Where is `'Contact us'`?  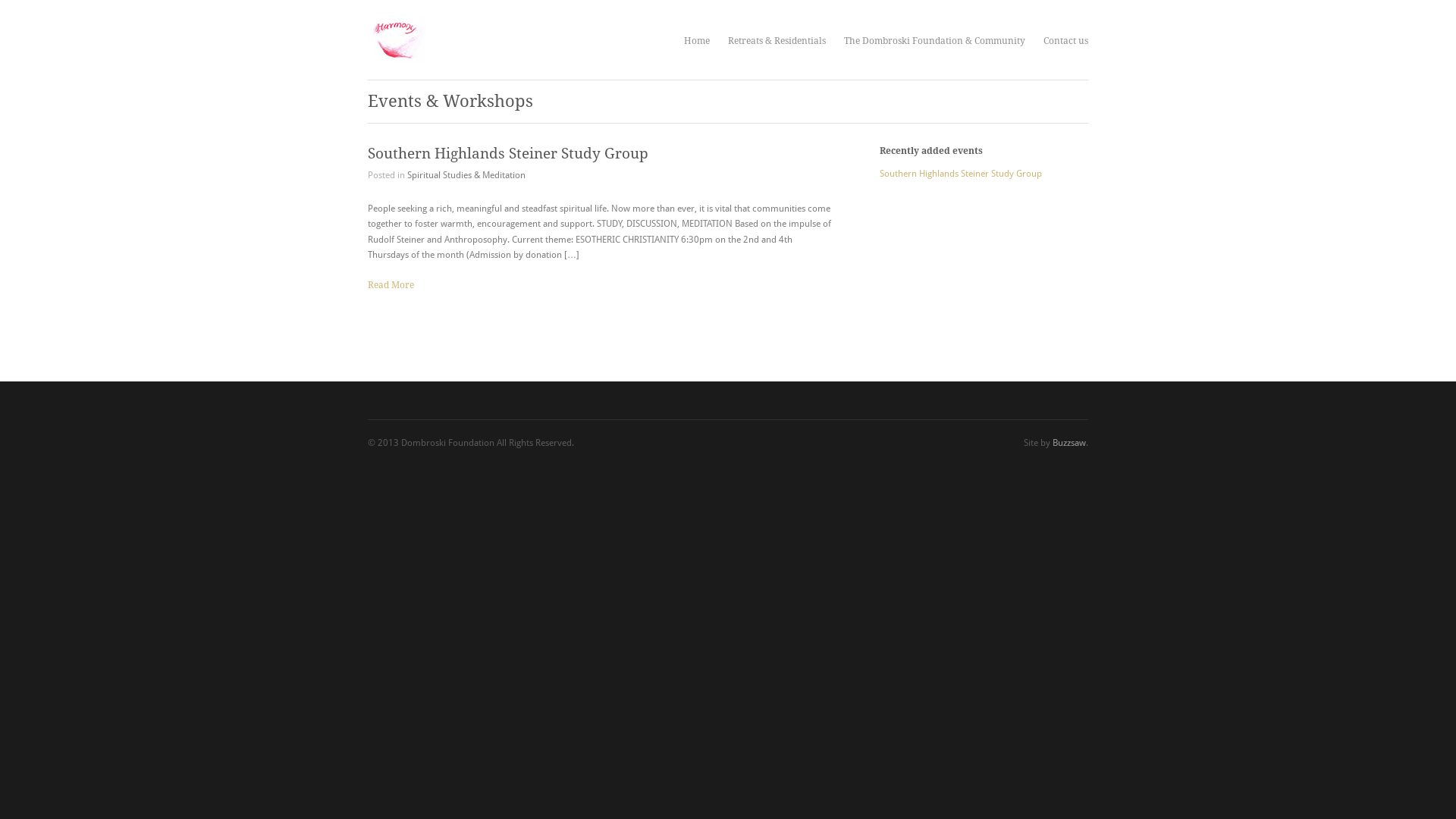
'Contact us' is located at coordinates (1065, 40).